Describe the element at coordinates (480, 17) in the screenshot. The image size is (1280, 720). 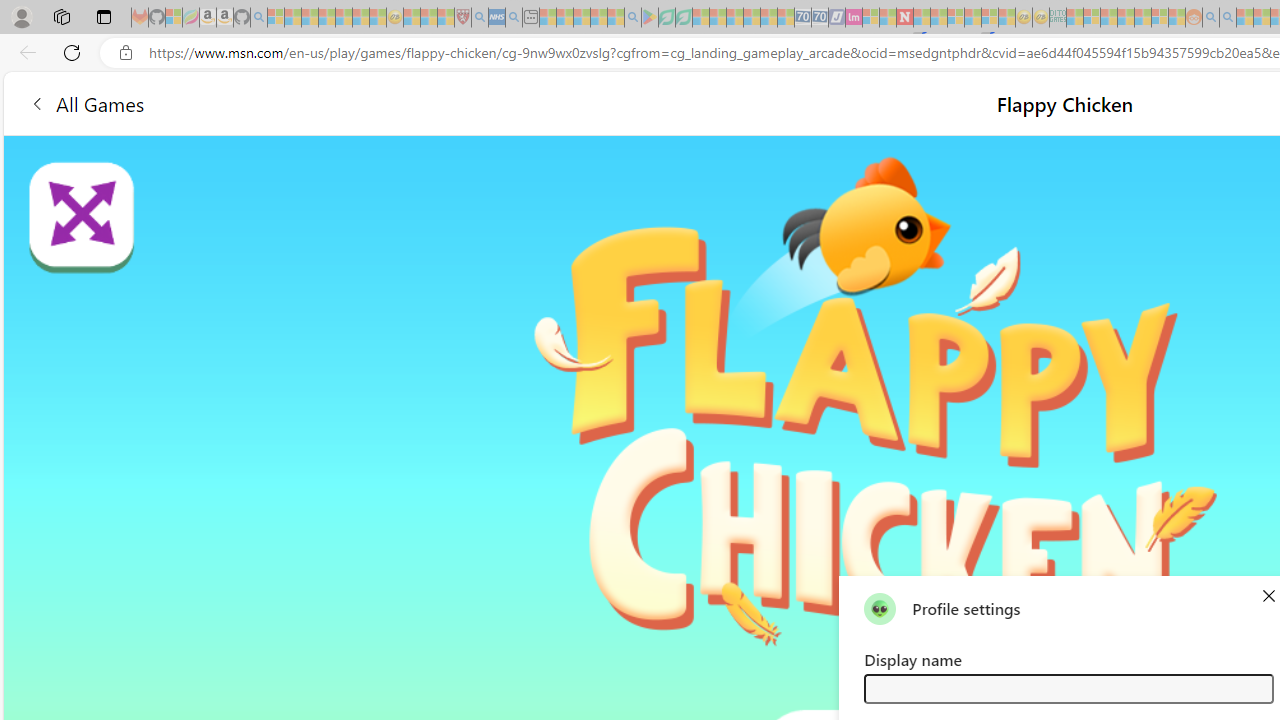
I see `'list of asthma inhalers uk - Search - Sleeping'` at that location.